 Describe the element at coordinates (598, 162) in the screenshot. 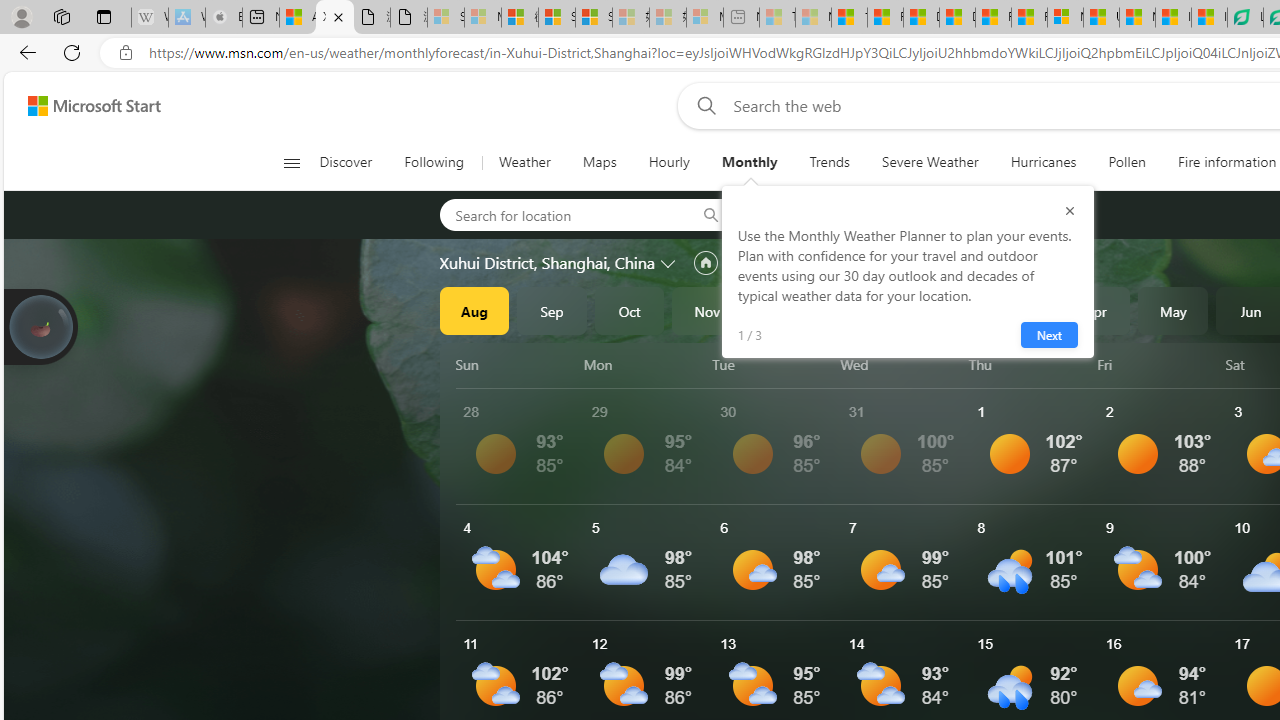

I see `'Maps'` at that location.